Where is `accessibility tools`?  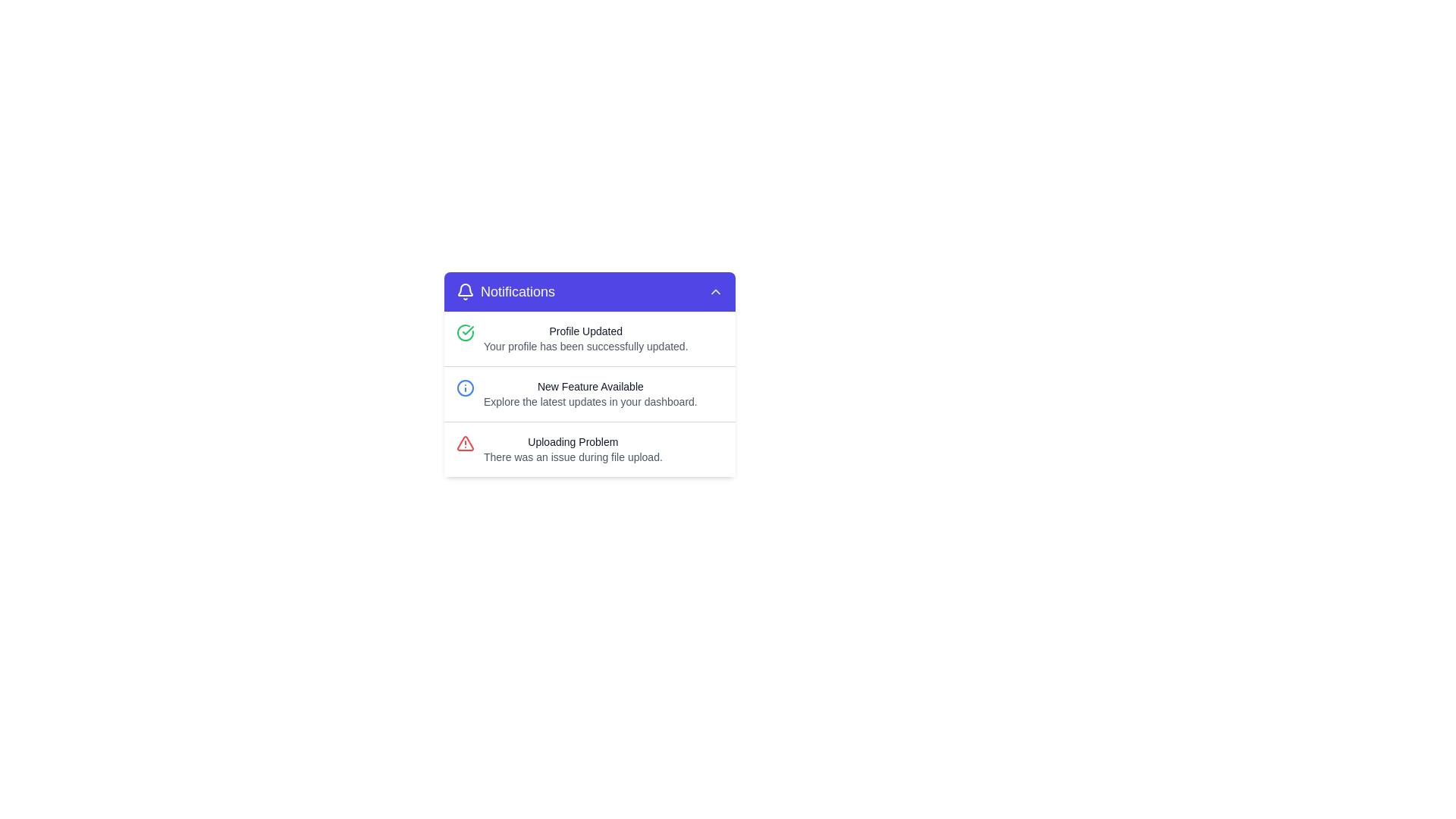
accessibility tools is located at coordinates (465, 290).